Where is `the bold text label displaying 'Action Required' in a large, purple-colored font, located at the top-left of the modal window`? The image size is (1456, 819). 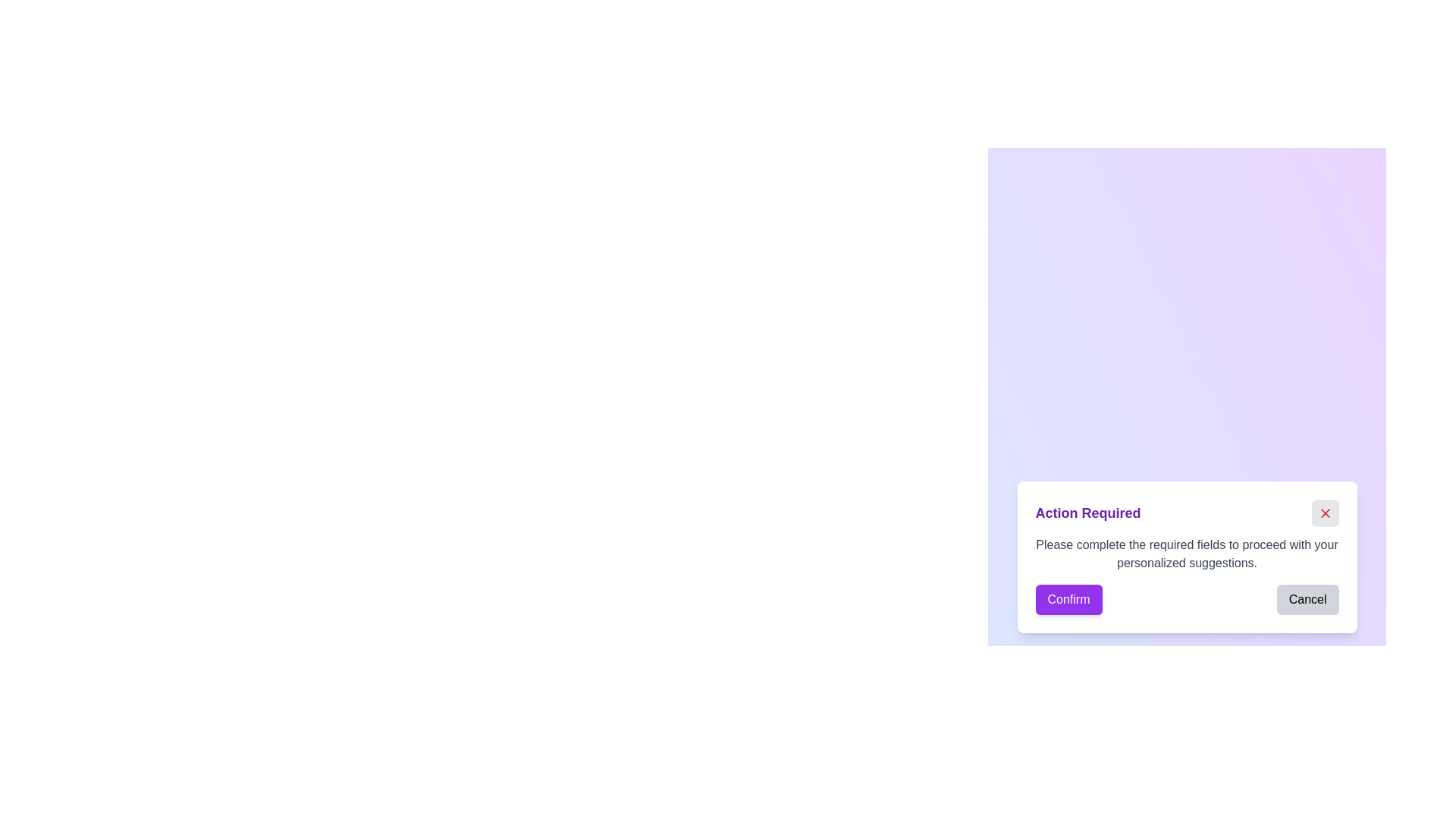
the bold text label displaying 'Action Required' in a large, purple-colored font, located at the top-left of the modal window is located at coordinates (1087, 513).